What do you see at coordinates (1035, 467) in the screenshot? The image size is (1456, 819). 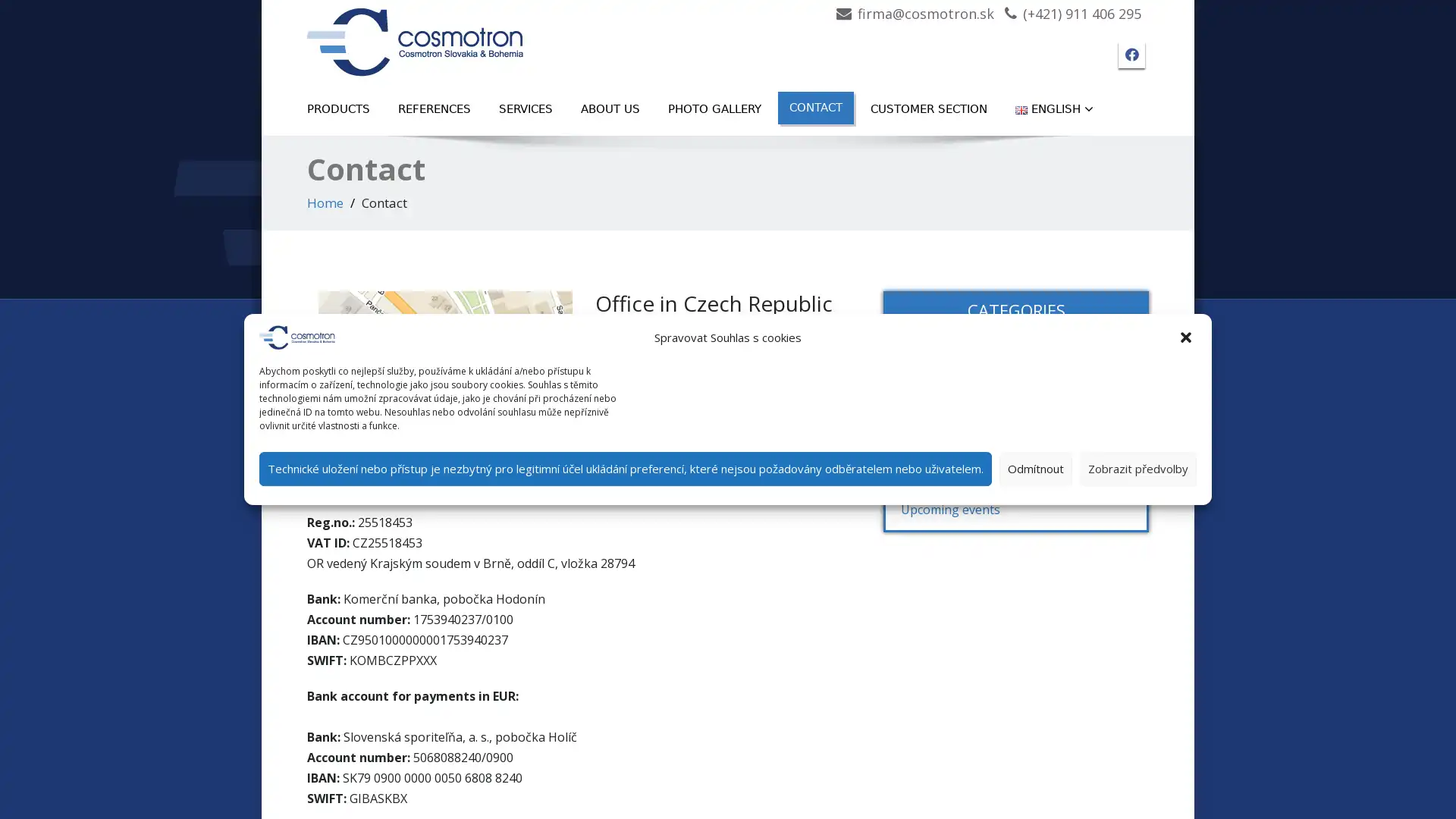 I see `Odmitnout` at bounding box center [1035, 467].